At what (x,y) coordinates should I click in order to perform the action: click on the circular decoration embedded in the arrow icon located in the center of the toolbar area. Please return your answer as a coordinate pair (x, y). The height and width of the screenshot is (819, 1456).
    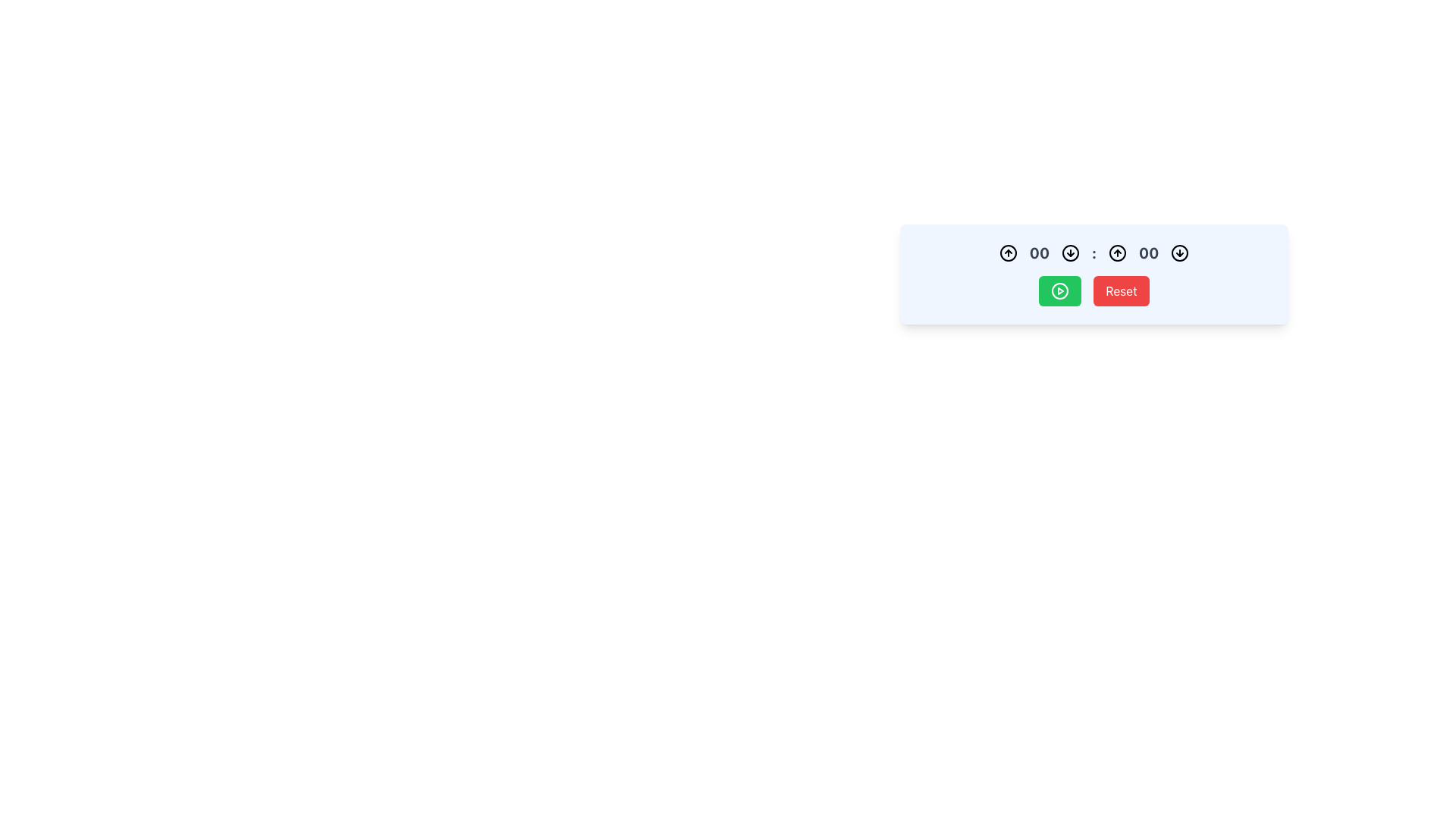
    Looking at the image, I should click on (1117, 253).